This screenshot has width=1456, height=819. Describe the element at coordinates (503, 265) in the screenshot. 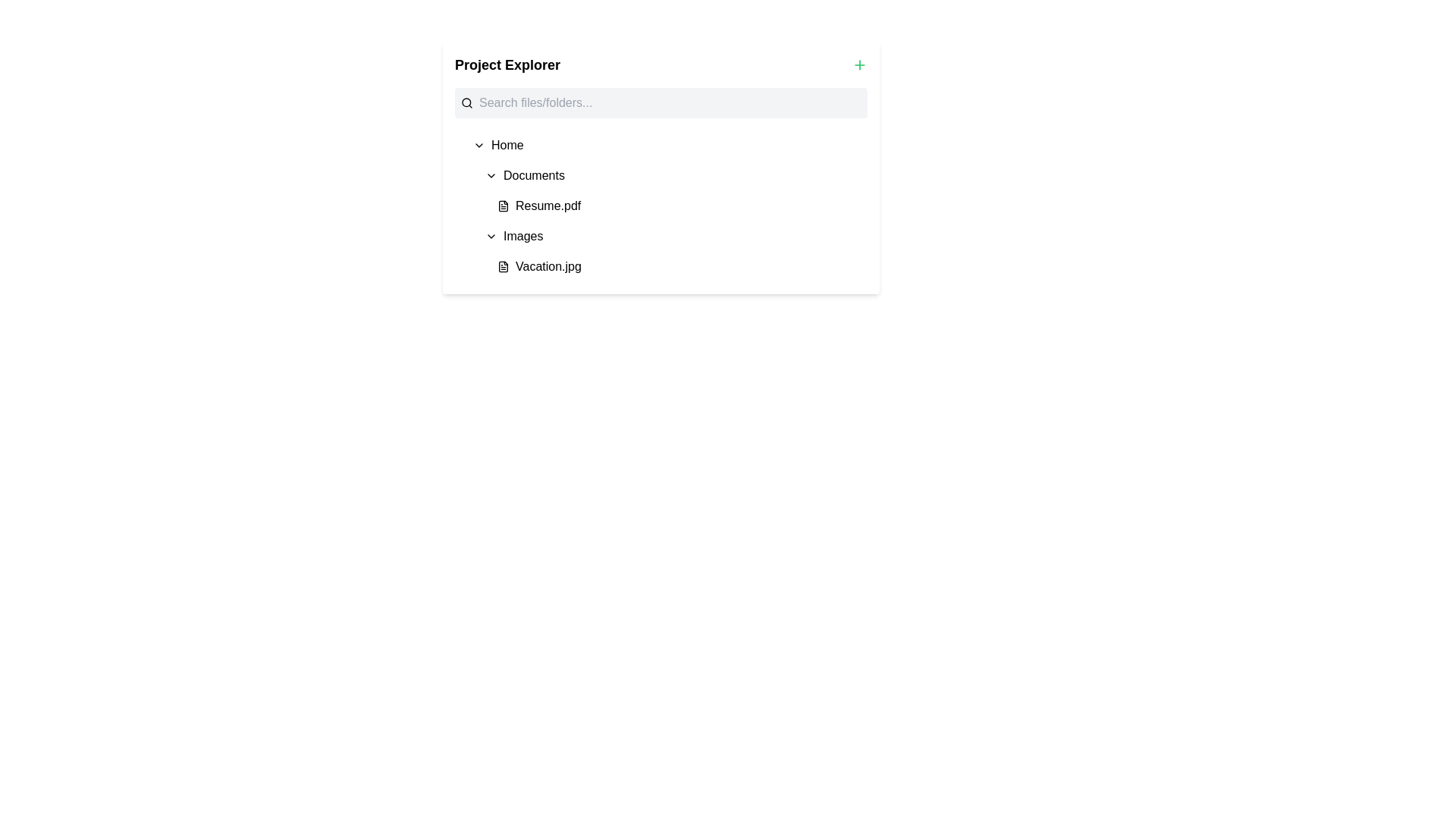

I see `the icon resembling a document or file located near the 'Vacation.jpg' filename` at that location.